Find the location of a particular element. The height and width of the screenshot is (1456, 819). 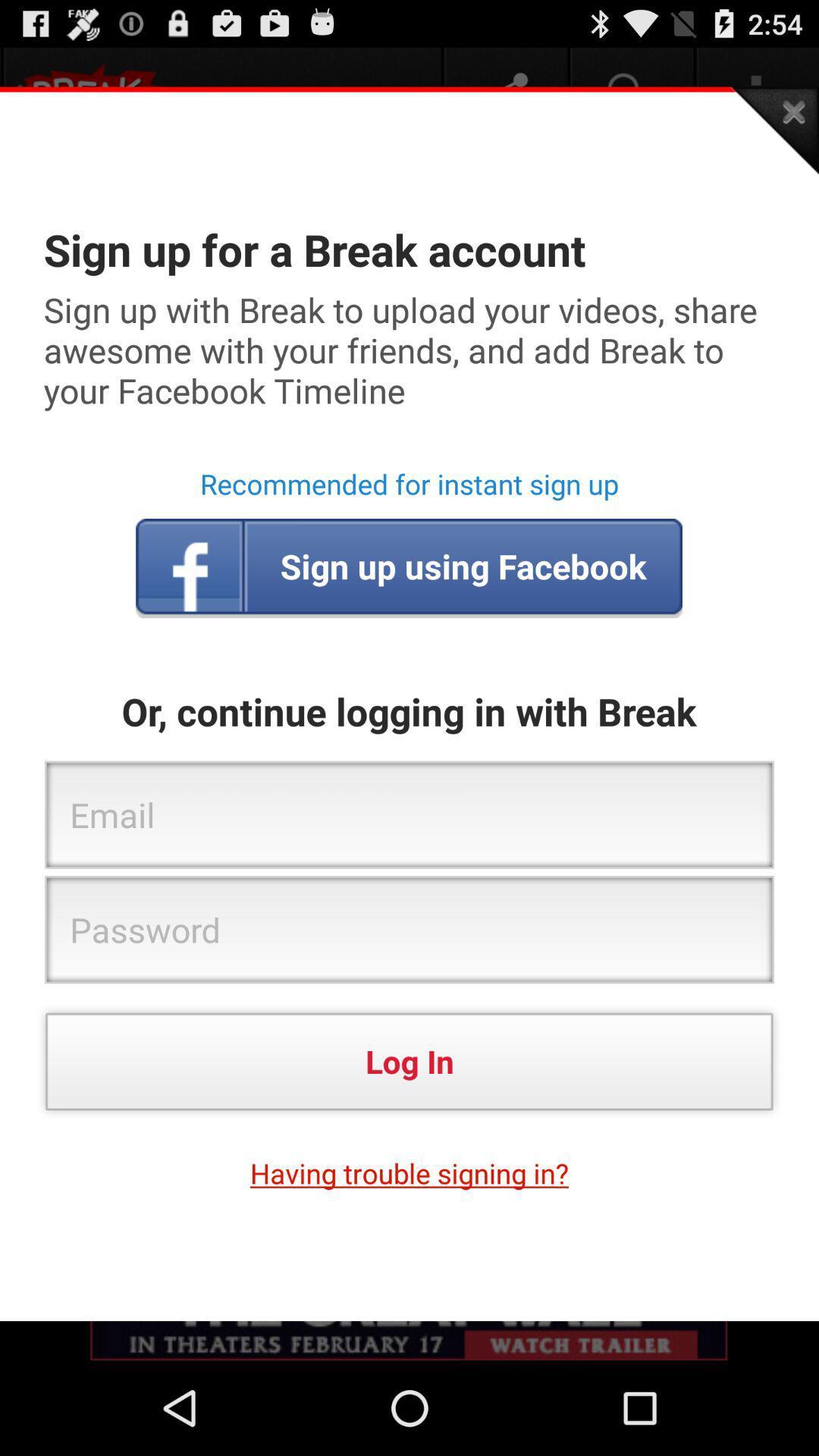

the having trouble signing app is located at coordinates (409, 1172).